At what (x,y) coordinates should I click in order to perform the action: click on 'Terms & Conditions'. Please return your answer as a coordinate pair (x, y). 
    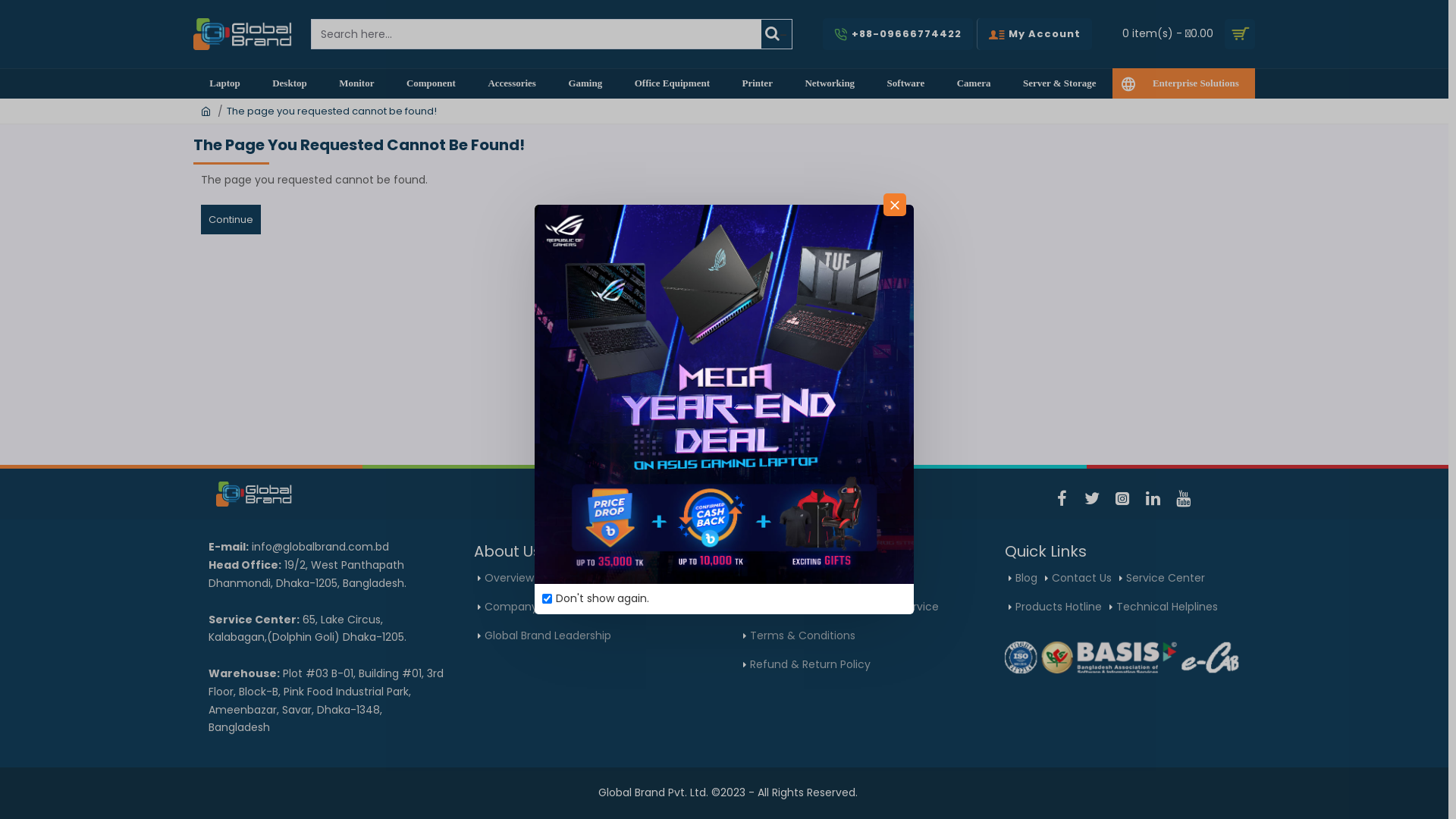
    Looking at the image, I should click on (799, 636).